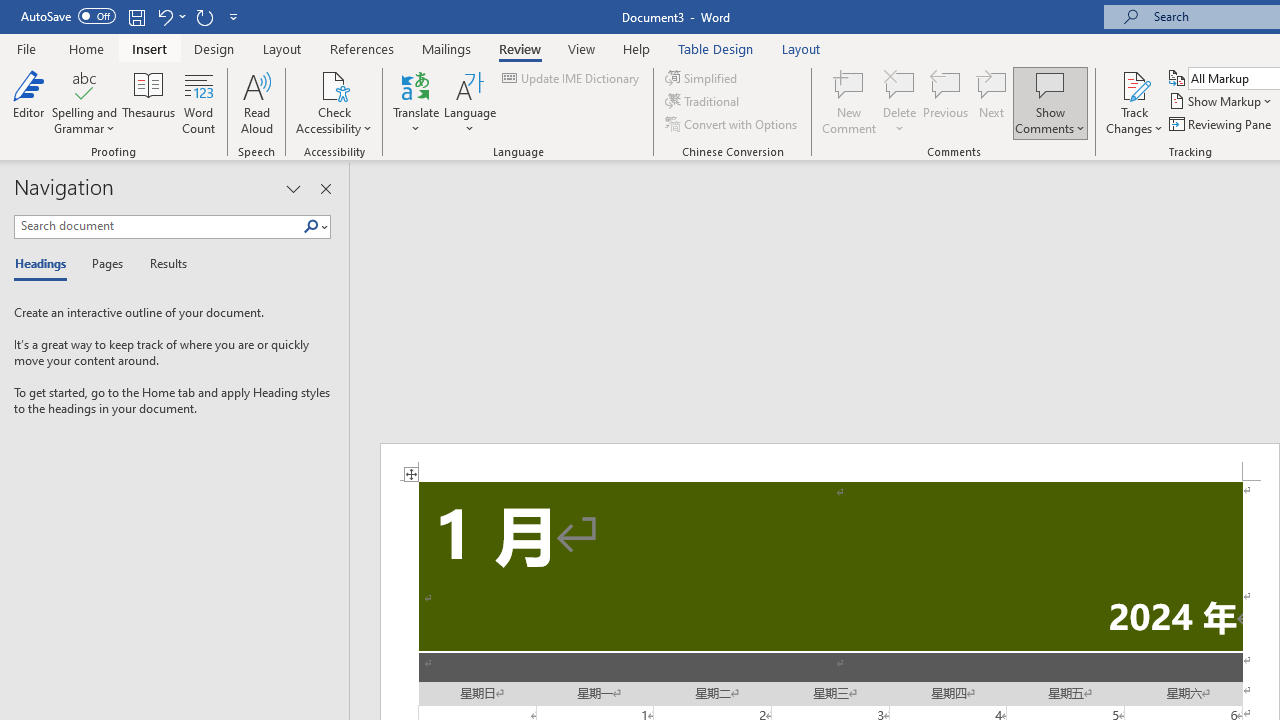 Image resolution: width=1280 pixels, height=720 pixels. Describe the element at coordinates (899, 103) in the screenshot. I see `'Delete'` at that location.